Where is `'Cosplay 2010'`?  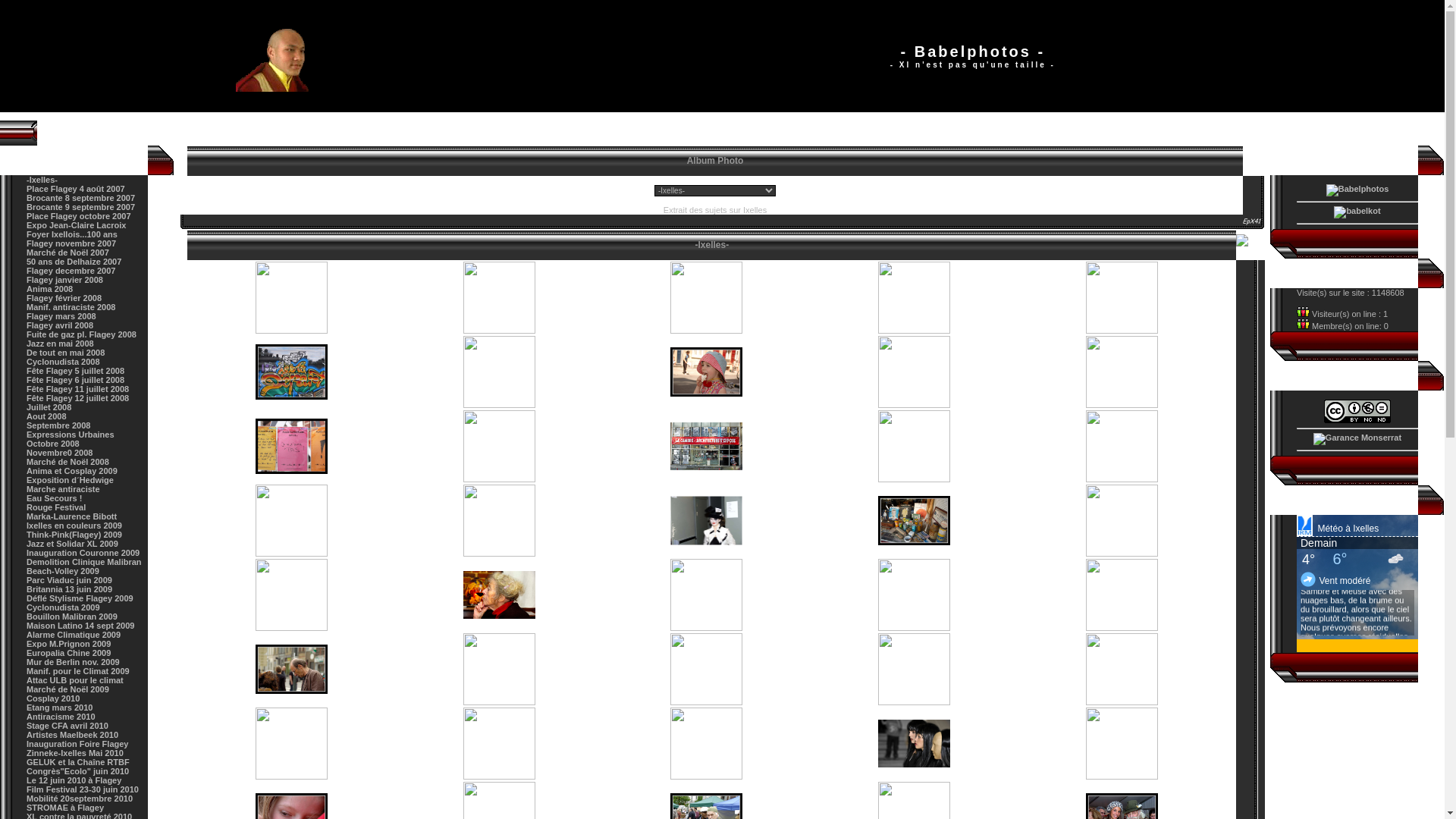
'Cosplay 2010' is located at coordinates (26, 698).